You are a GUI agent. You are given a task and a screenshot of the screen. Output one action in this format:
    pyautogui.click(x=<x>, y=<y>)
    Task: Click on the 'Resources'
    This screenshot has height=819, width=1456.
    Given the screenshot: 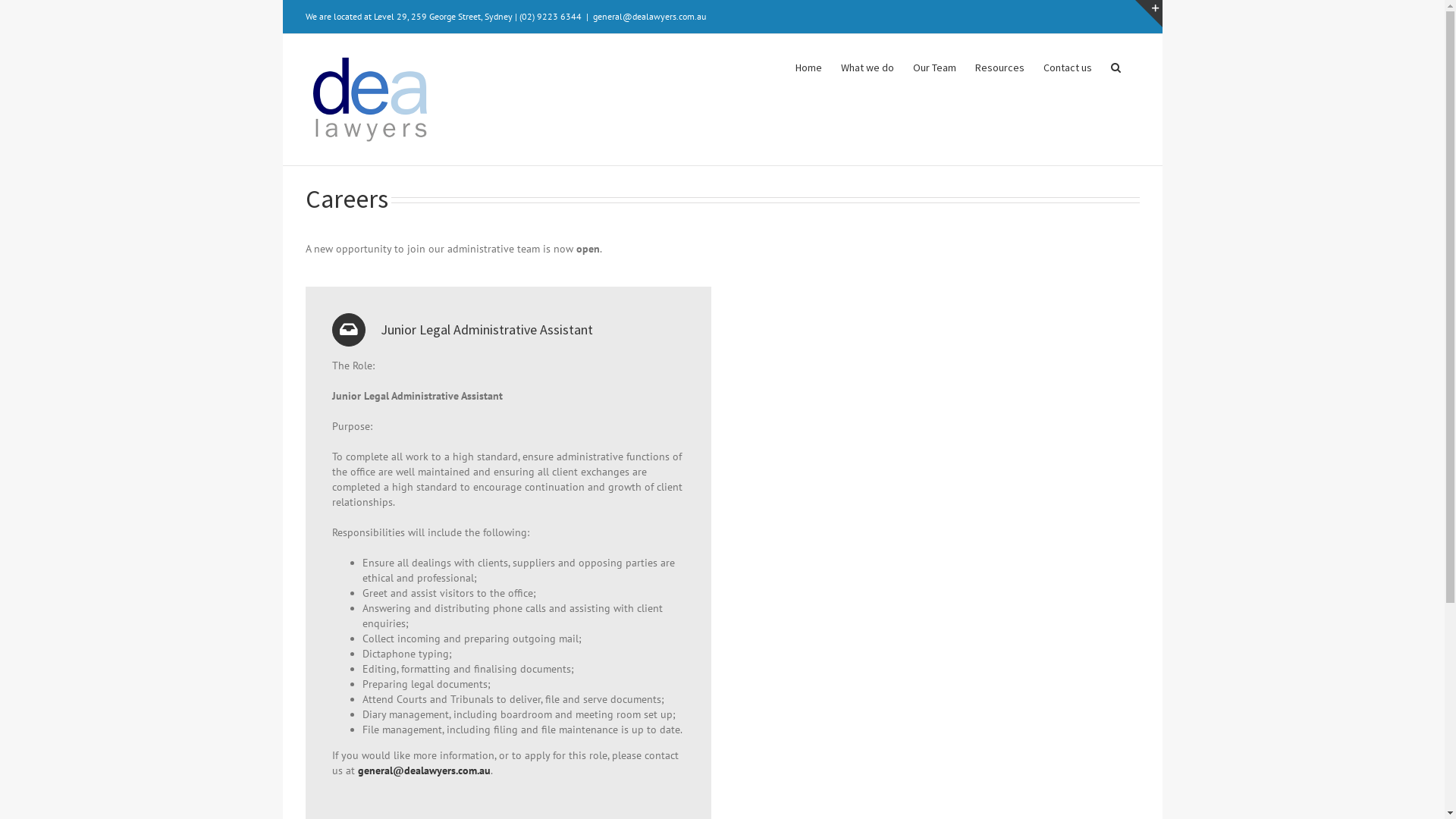 What is the action you would take?
    pyautogui.click(x=999, y=65)
    